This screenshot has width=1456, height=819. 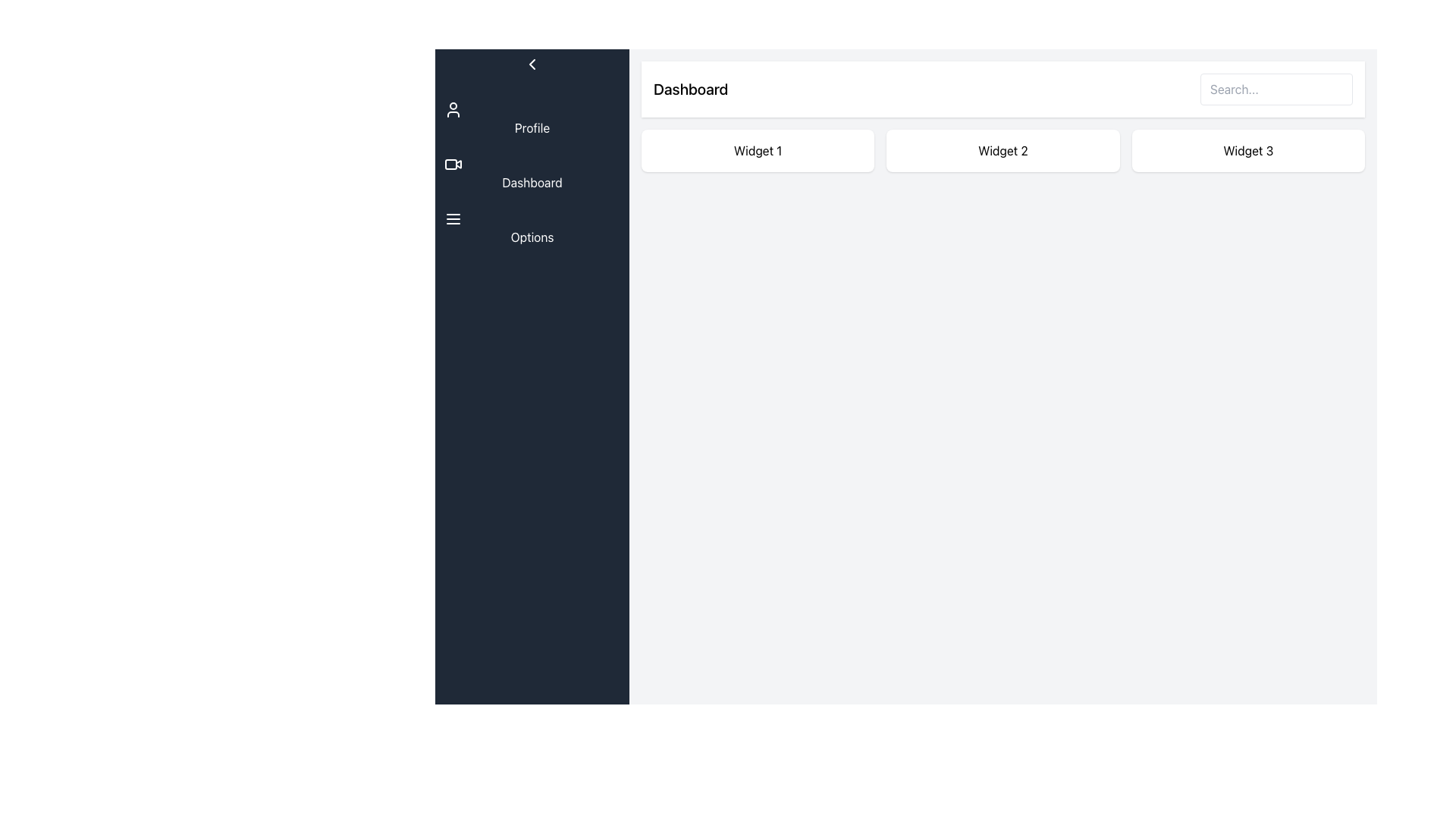 What do you see at coordinates (532, 172) in the screenshot?
I see `the 'Dashboard' menu item in the sidebar to trigger the background color change effect` at bounding box center [532, 172].